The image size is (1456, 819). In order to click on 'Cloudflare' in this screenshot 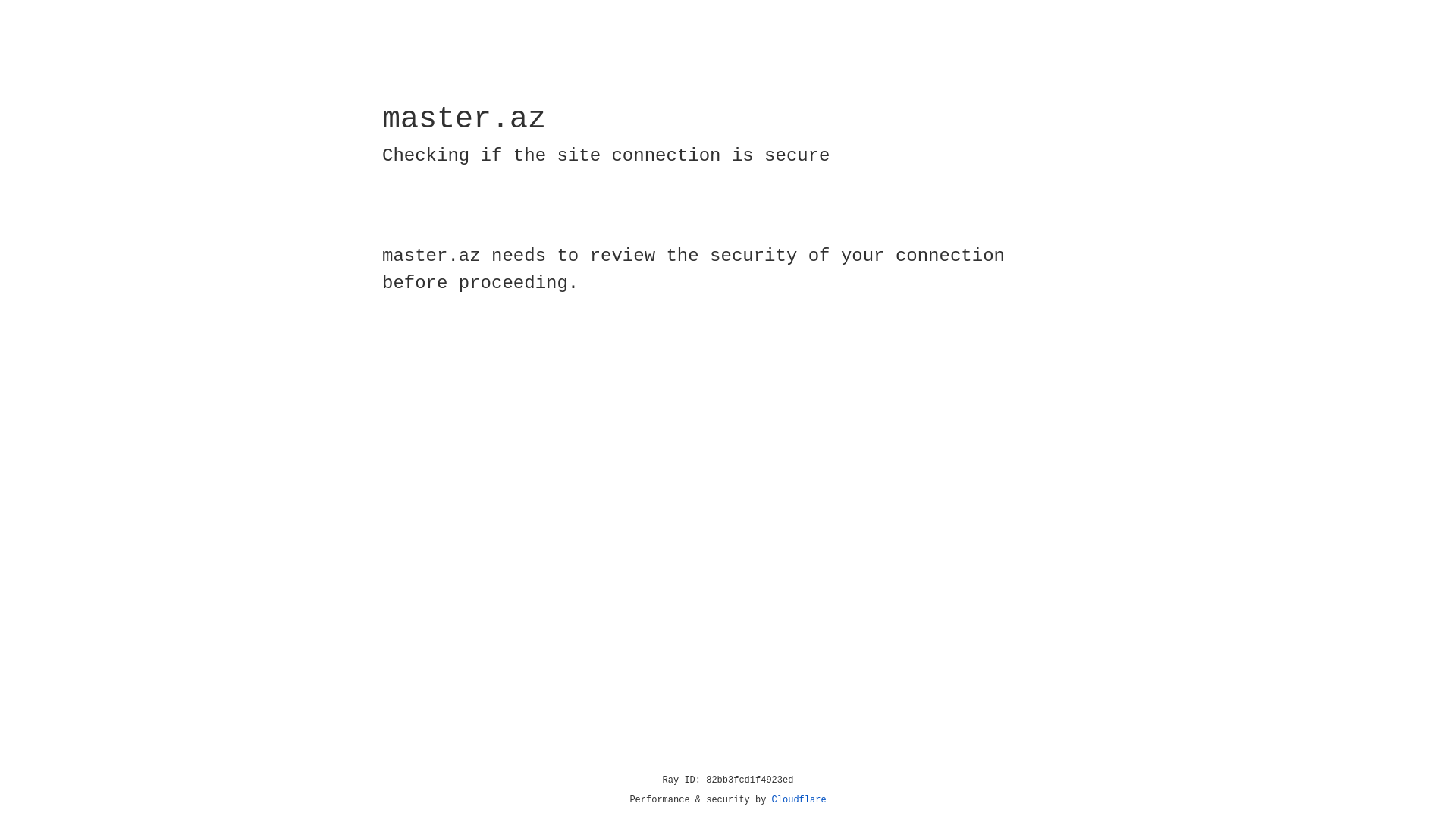, I will do `click(799, 799)`.